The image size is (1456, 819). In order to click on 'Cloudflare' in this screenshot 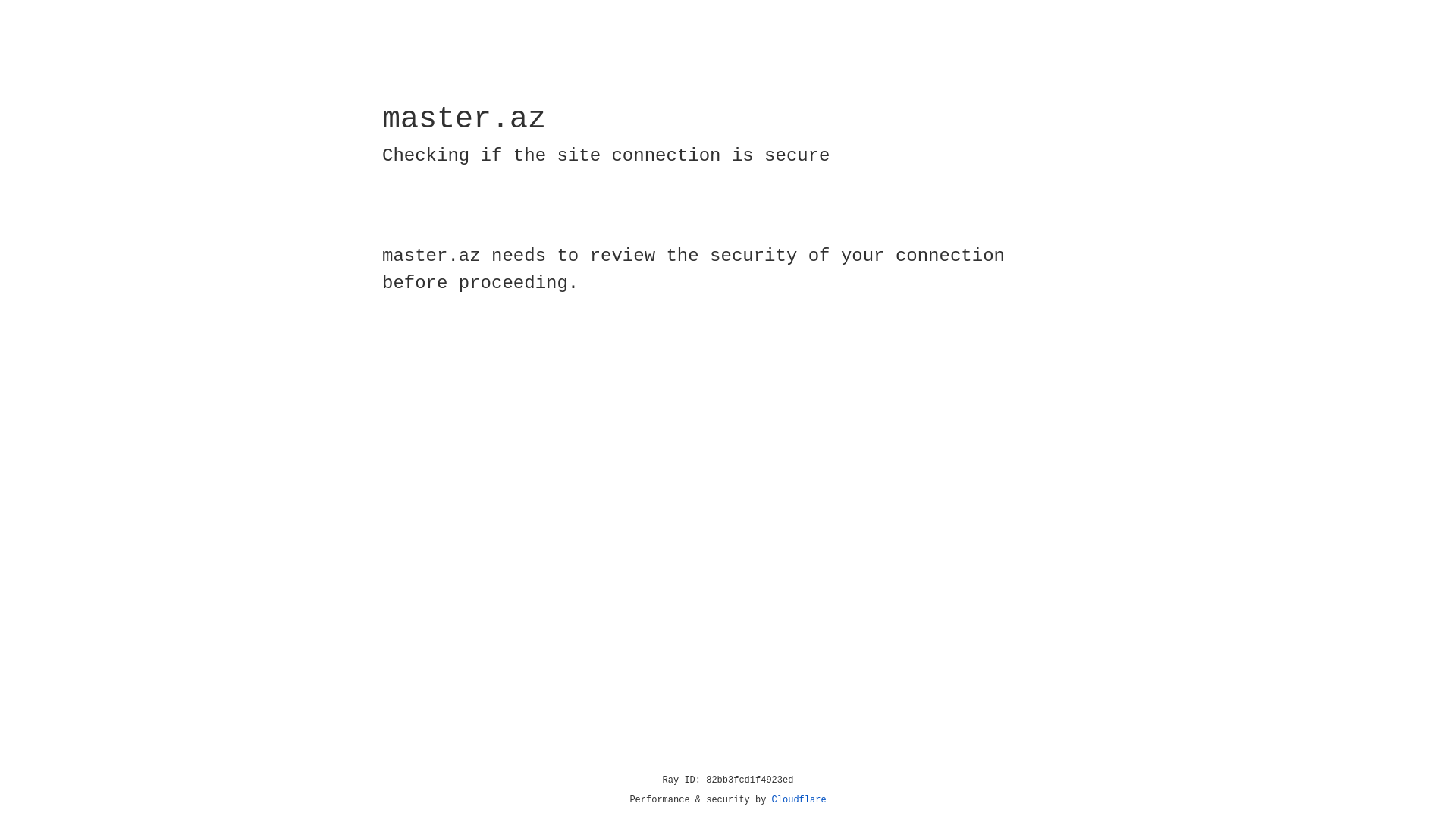, I will do `click(799, 799)`.